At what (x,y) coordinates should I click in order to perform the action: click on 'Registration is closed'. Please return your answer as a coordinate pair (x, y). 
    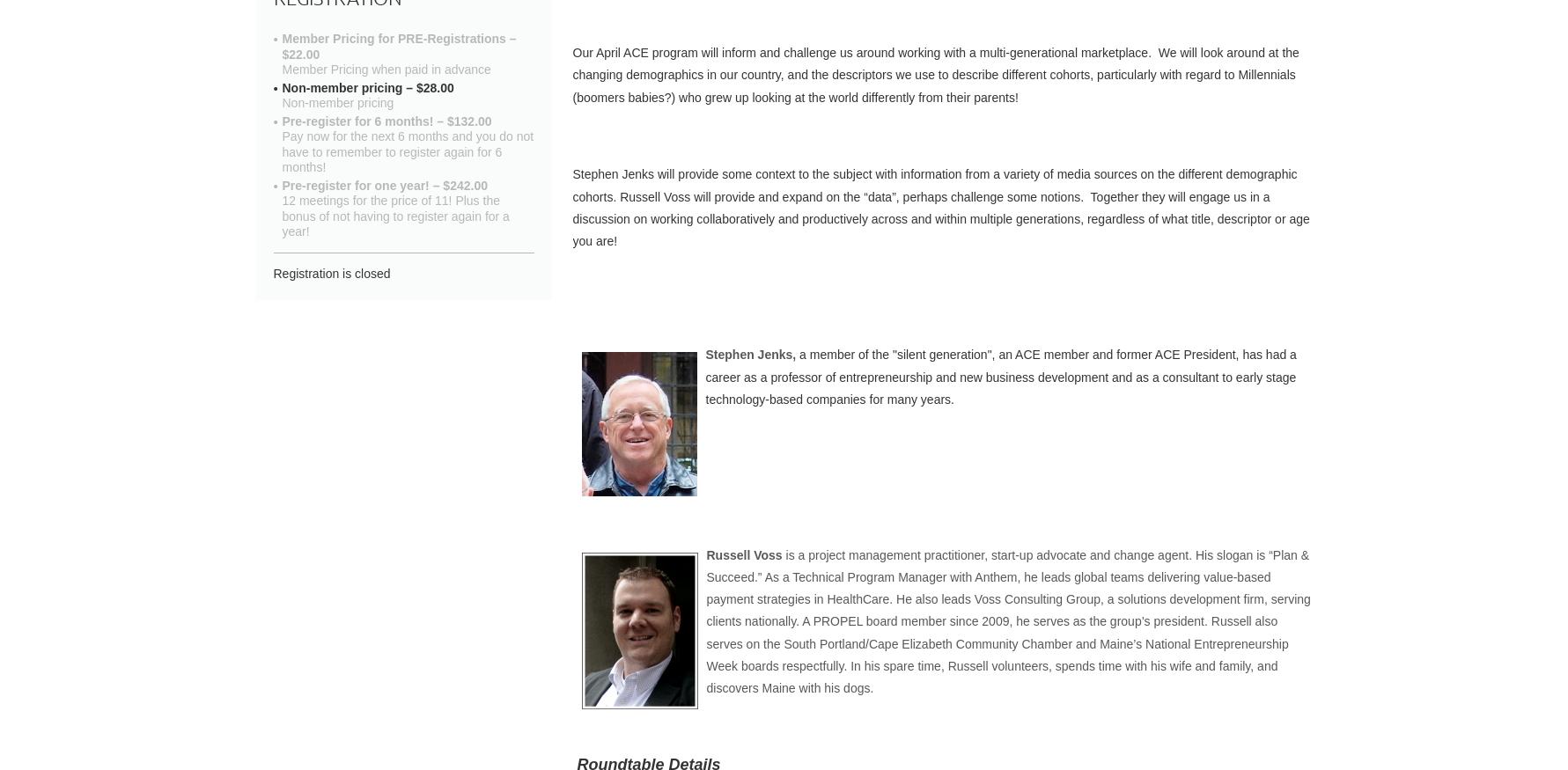
    Looking at the image, I should click on (272, 272).